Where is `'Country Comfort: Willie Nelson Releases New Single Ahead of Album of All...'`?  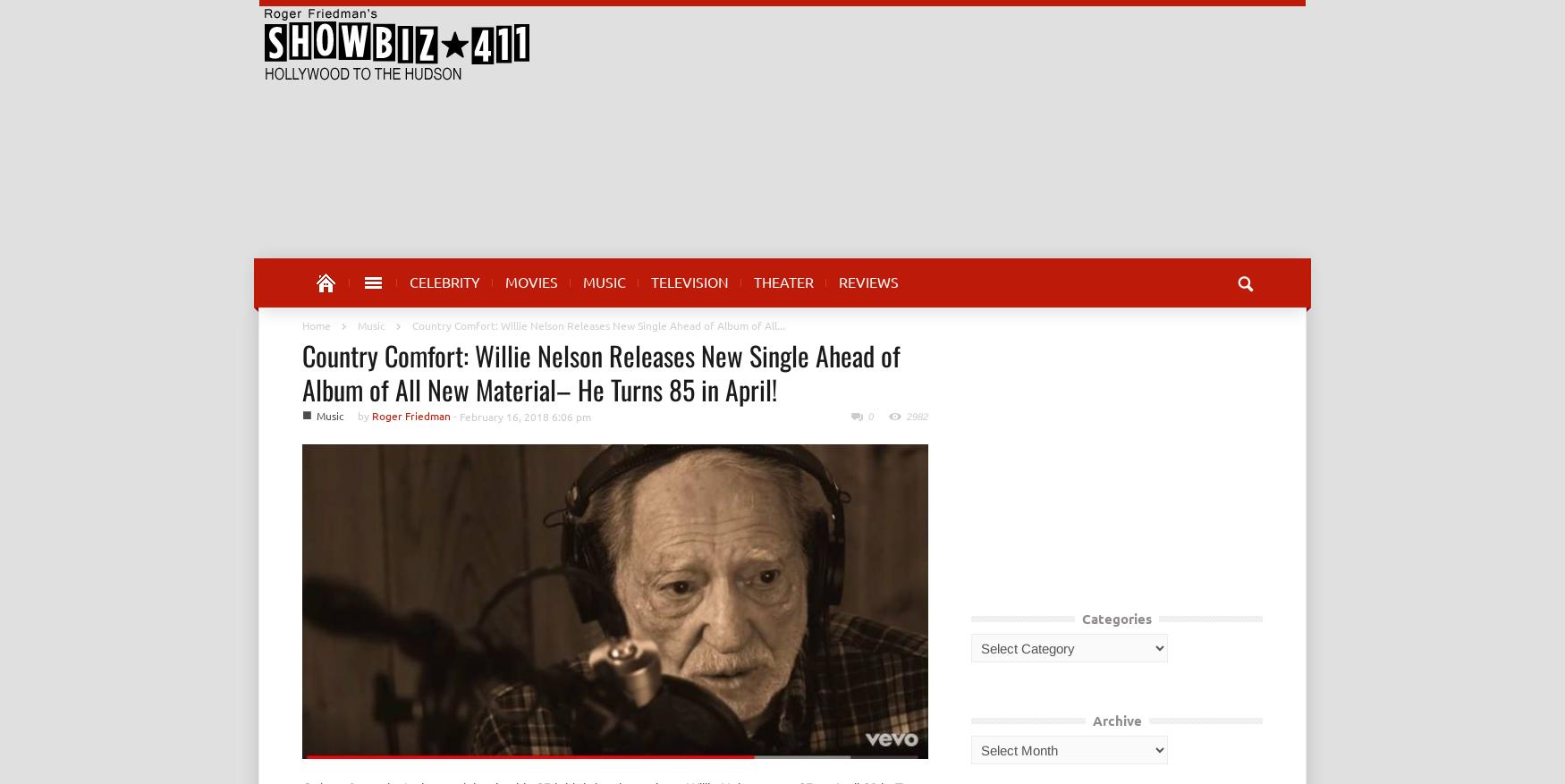 'Country Comfort: Willie Nelson Releases New Single Ahead of Album of All...' is located at coordinates (597, 325).